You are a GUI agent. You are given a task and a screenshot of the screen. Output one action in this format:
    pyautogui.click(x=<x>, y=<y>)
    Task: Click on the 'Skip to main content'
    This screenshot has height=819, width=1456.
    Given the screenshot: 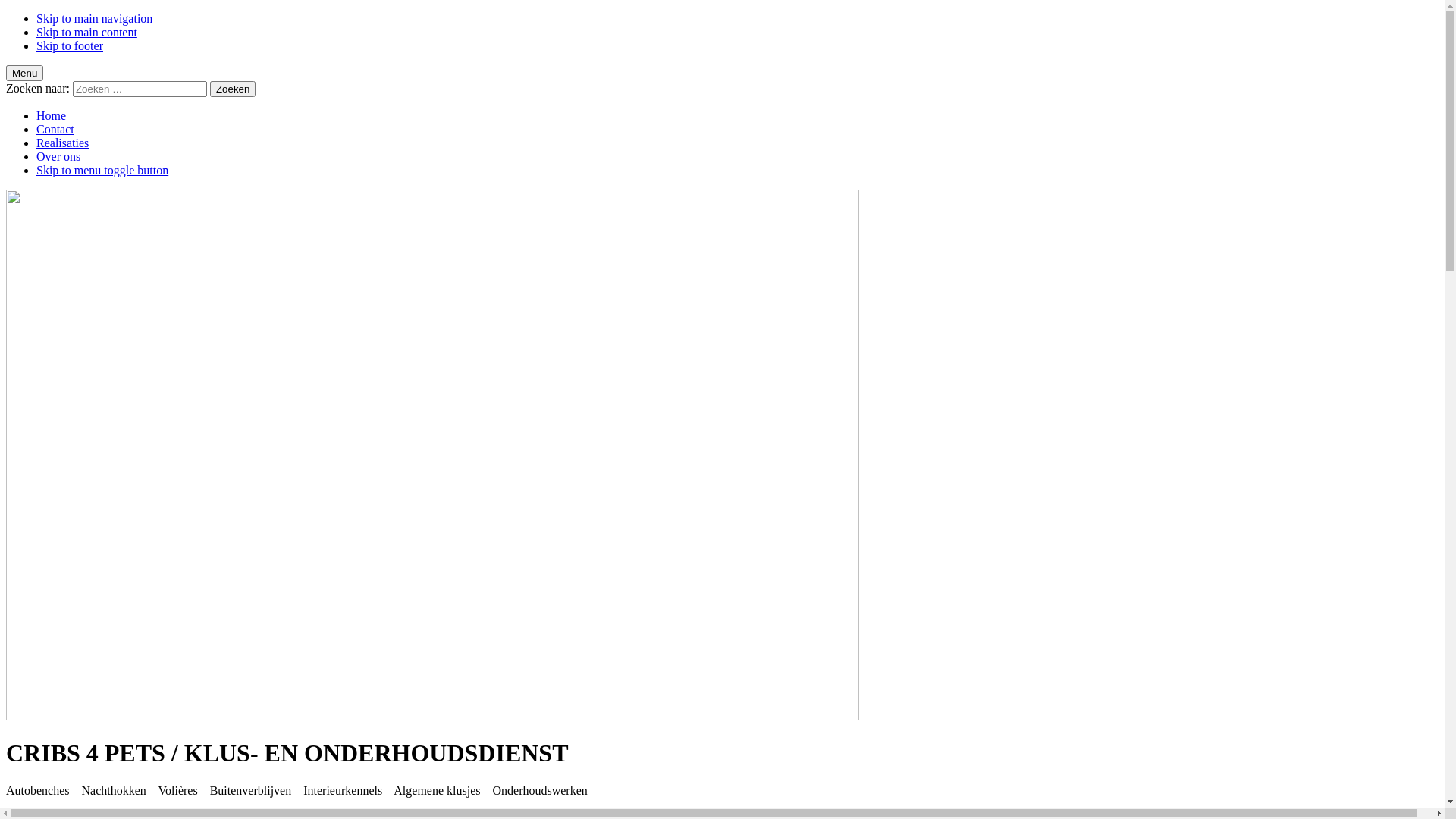 What is the action you would take?
    pyautogui.click(x=36, y=32)
    